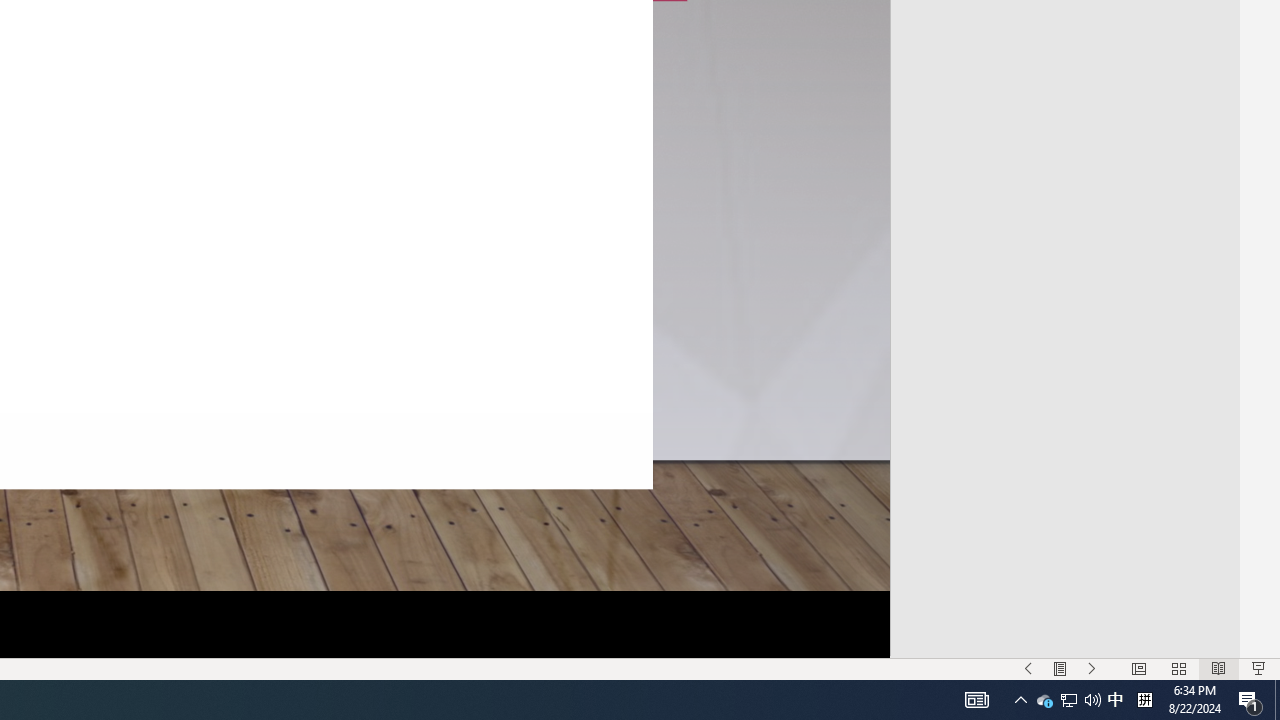 The width and height of the screenshot is (1280, 720). Describe the element at coordinates (1091, 669) in the screenshot. I see `'Slide Show Next On'` at that location.